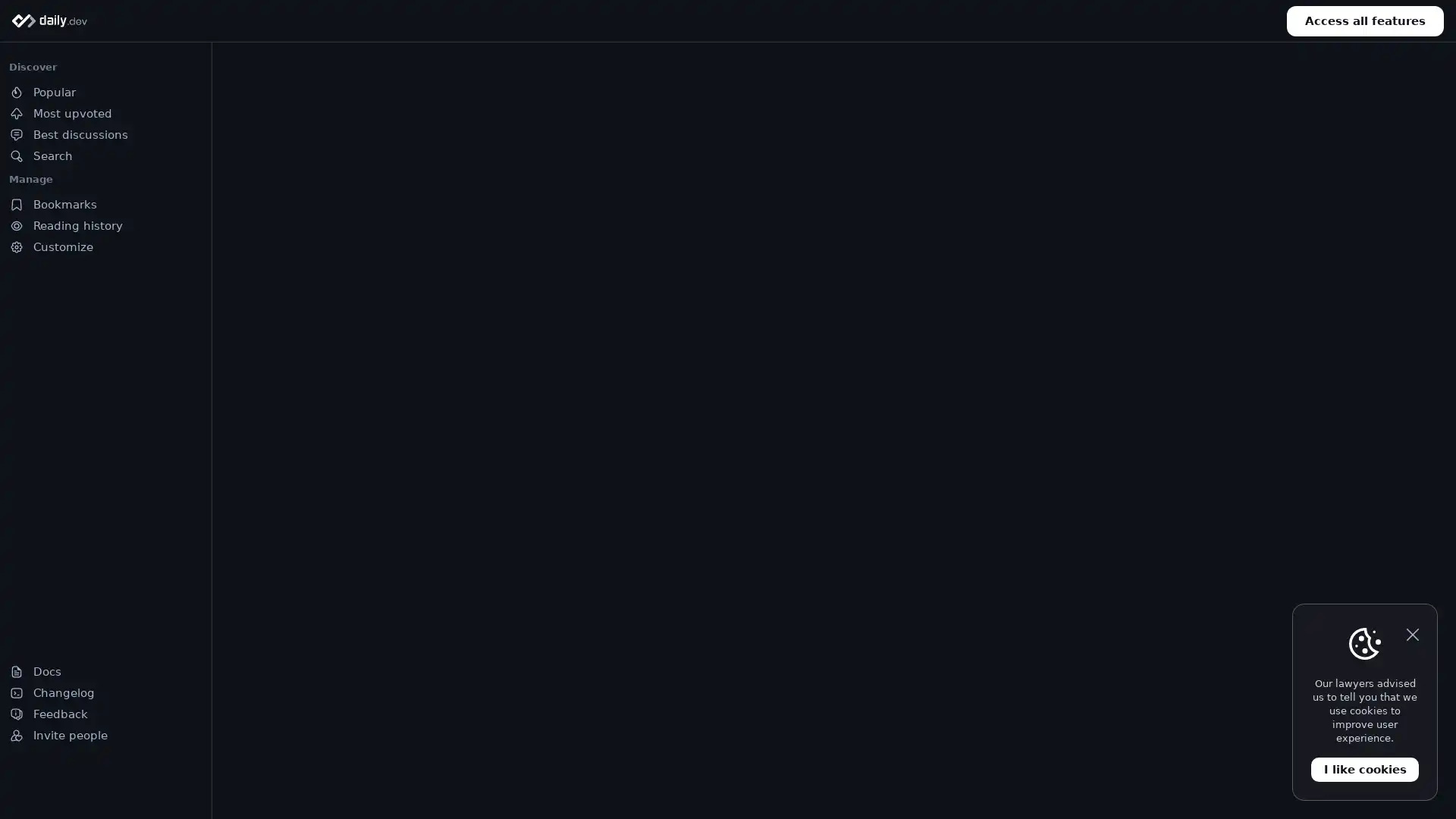  Describe the element at coordinates (89, 783) in the screenshot. I see `No rank Earn: 0/1 days` at that location.